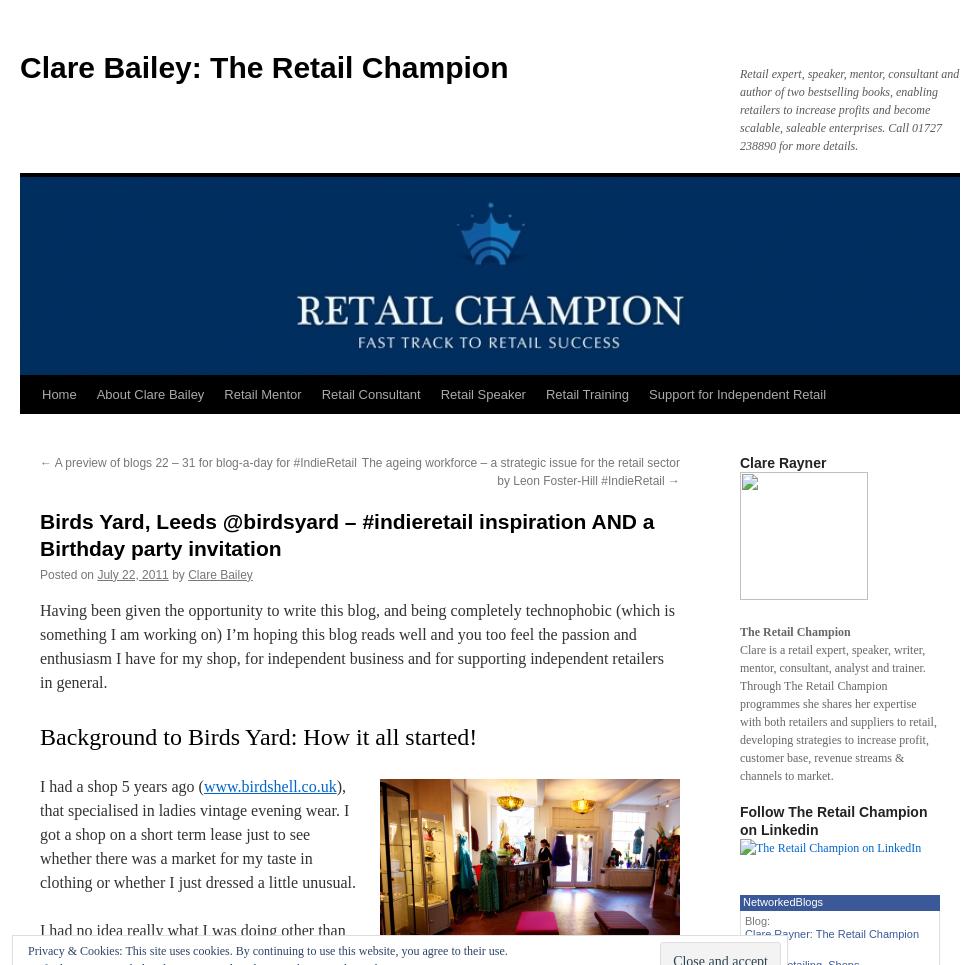  I want to click on 'Having been given the opportunity to write this blog, and being completely technophobic (which is something I am working on) I’m hoping this blog reads well and you too feel the passion and enthusiasm I have for my shop, for independent business and for supporting independent retailers in general.', so click(357, 645).